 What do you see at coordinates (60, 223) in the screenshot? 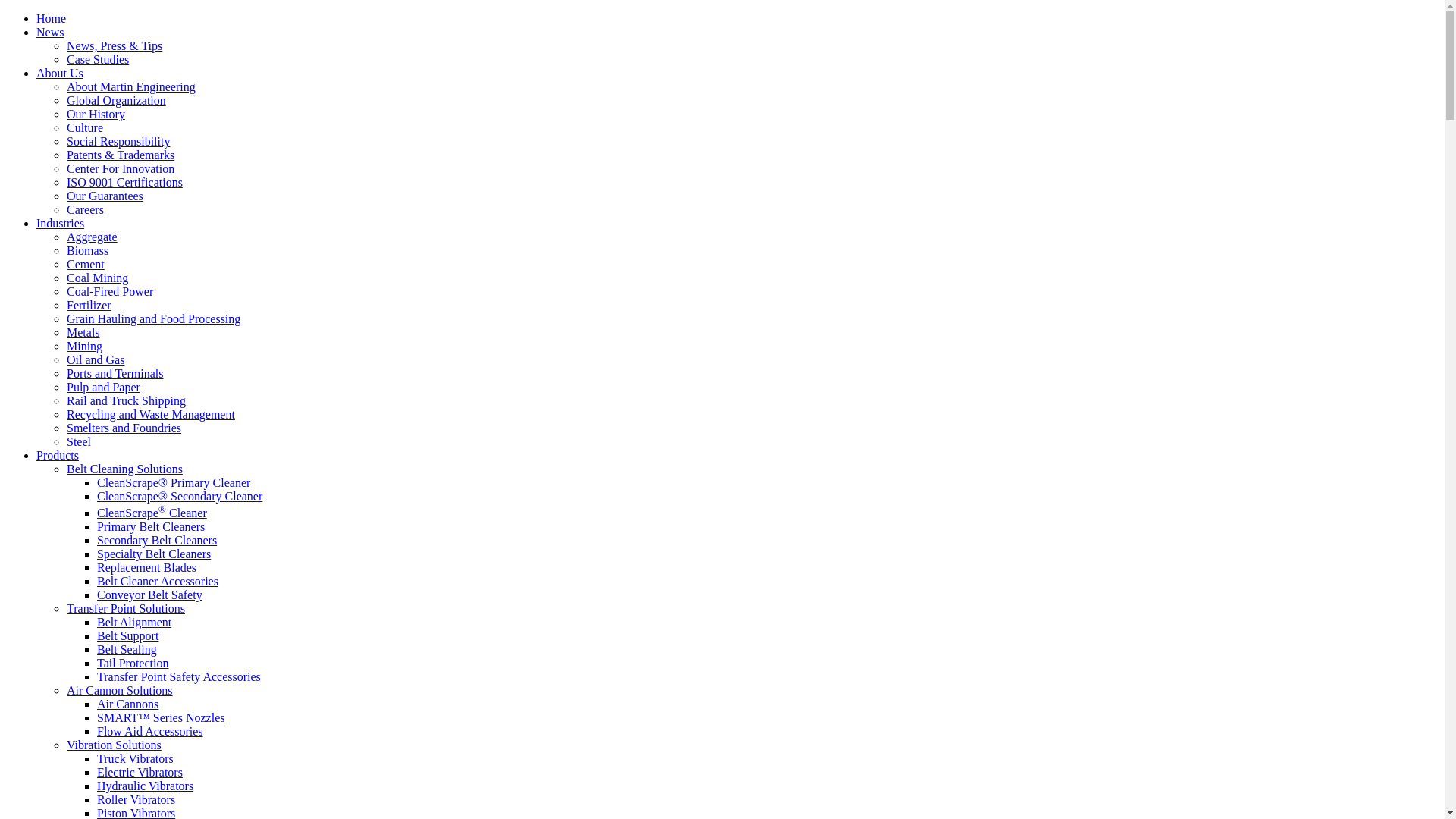
I see `'Industries'` at bounding box center [60, 223].